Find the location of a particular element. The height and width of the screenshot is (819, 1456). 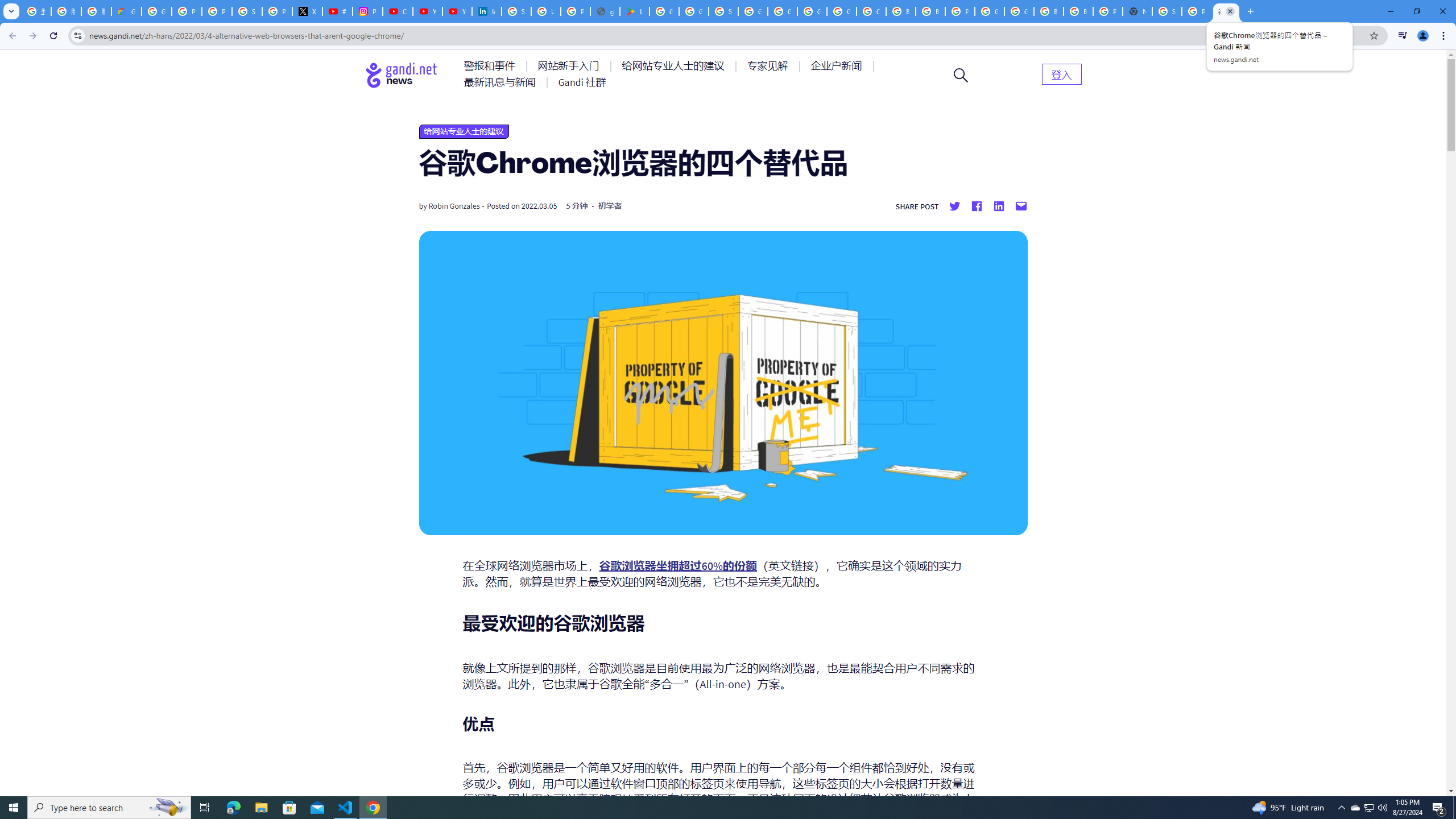

'#nbabasketballhighlights - YouTube' is located at coordinates (337, 11).